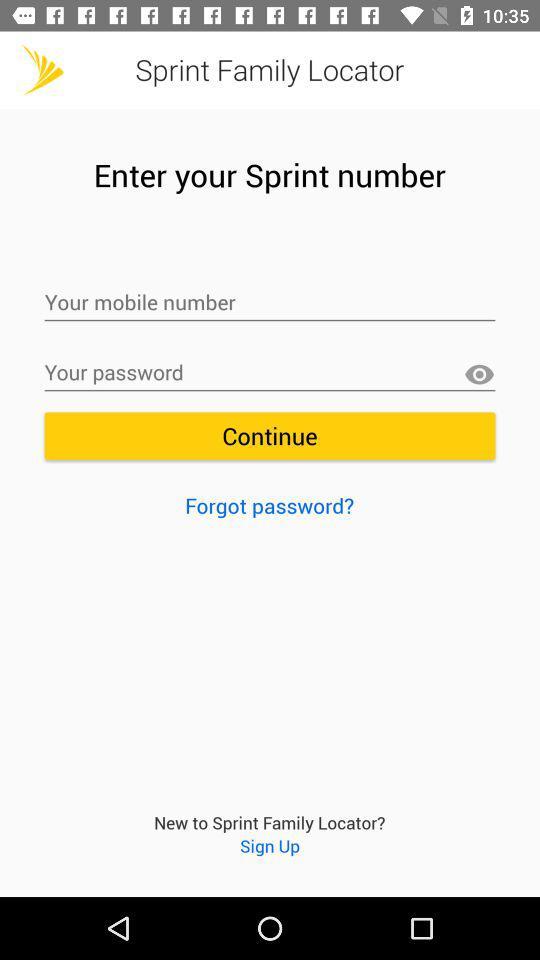 The image size is (540, 960). What do you see at coordinates (269, 504) in the screenshot?
I see `the icon above the new to sprint icon` at bounding box center [269, 504].